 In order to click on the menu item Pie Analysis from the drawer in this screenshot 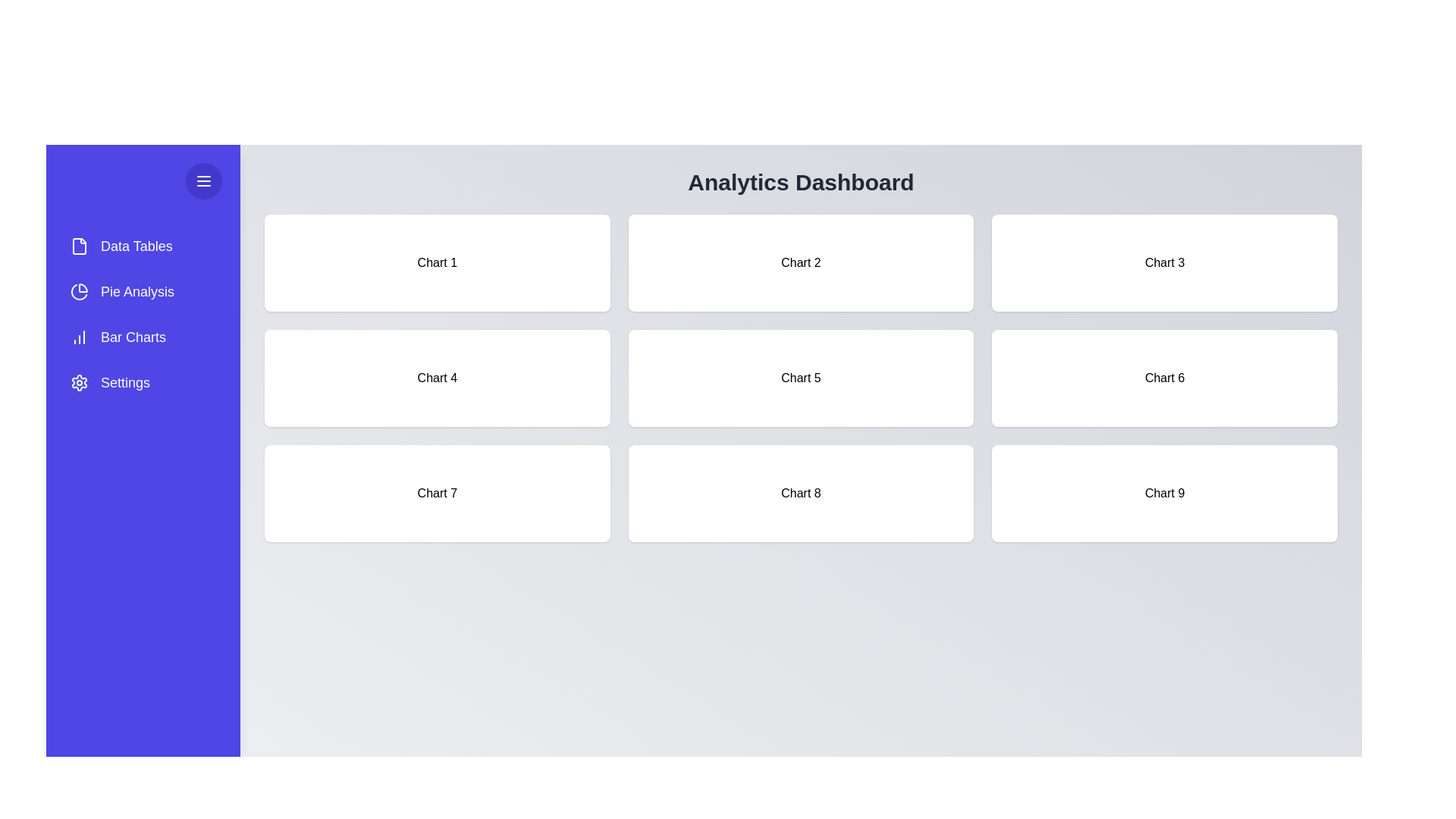, I will do `click(143, 292)`.